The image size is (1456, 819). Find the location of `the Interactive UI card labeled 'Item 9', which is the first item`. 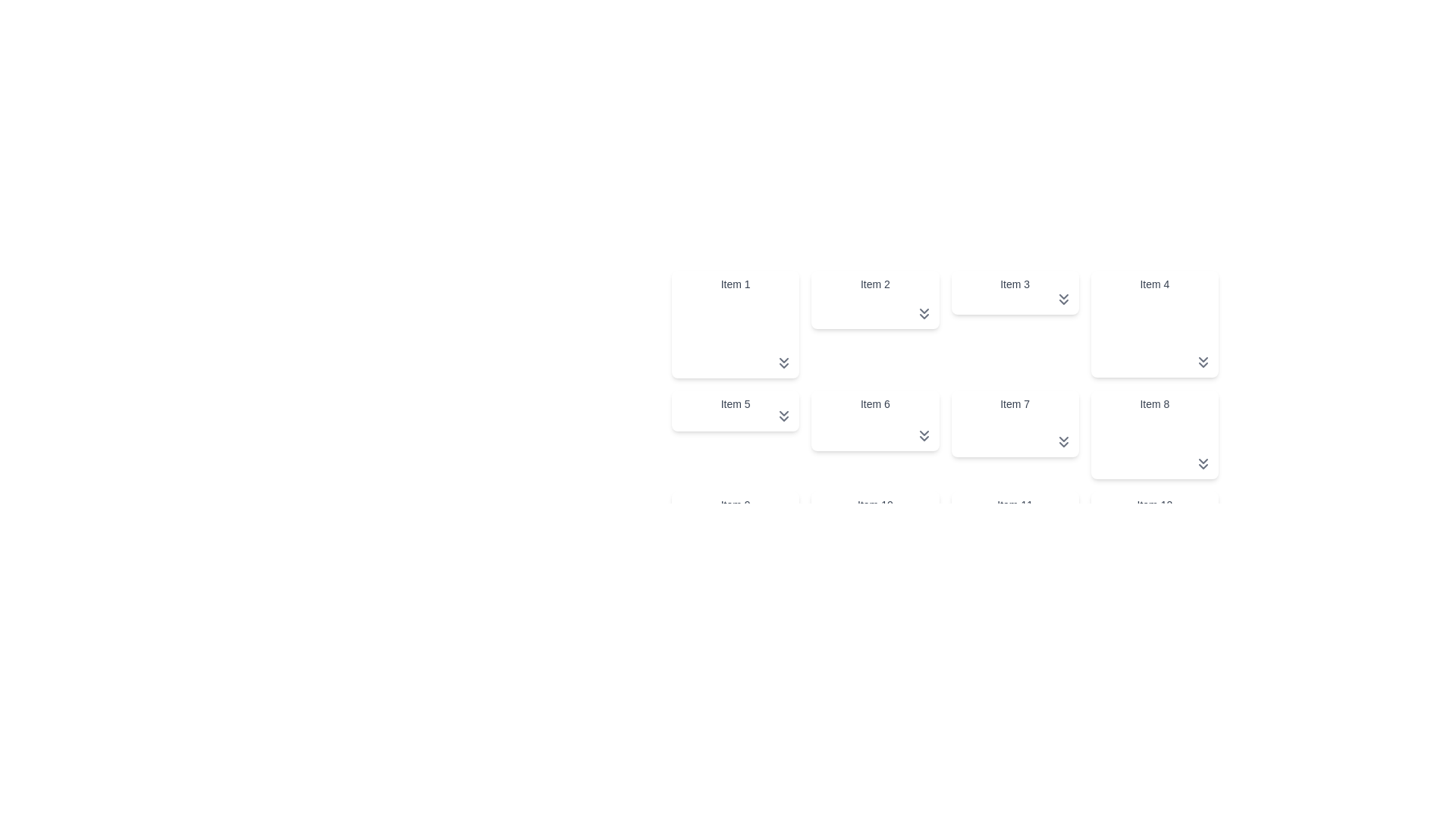

the Interactive UI card labeled 'Item 9', which is the first item is located at coordinates (735, 520).